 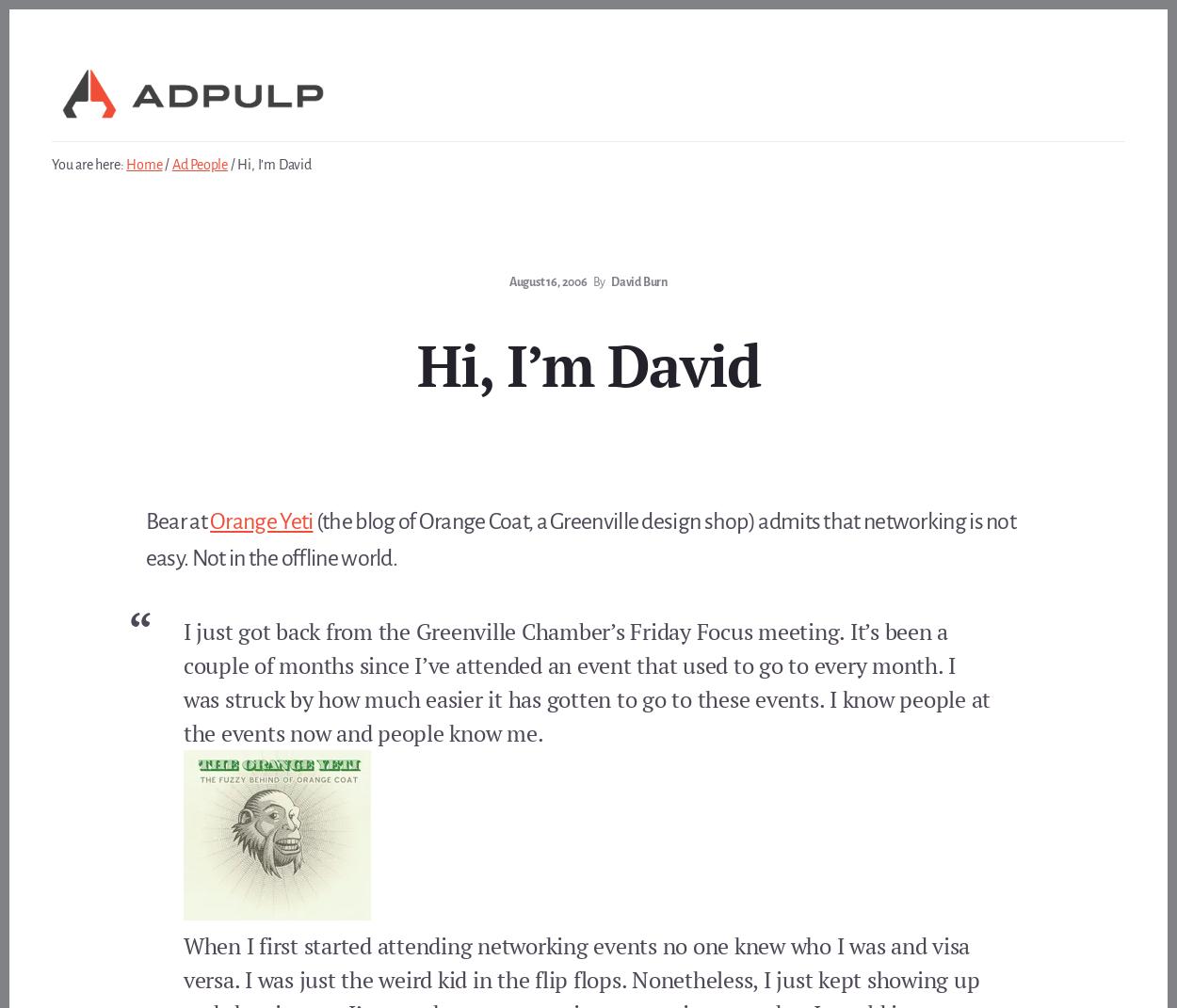 I want to click on 'Ad People', so click(x=199, y=164).